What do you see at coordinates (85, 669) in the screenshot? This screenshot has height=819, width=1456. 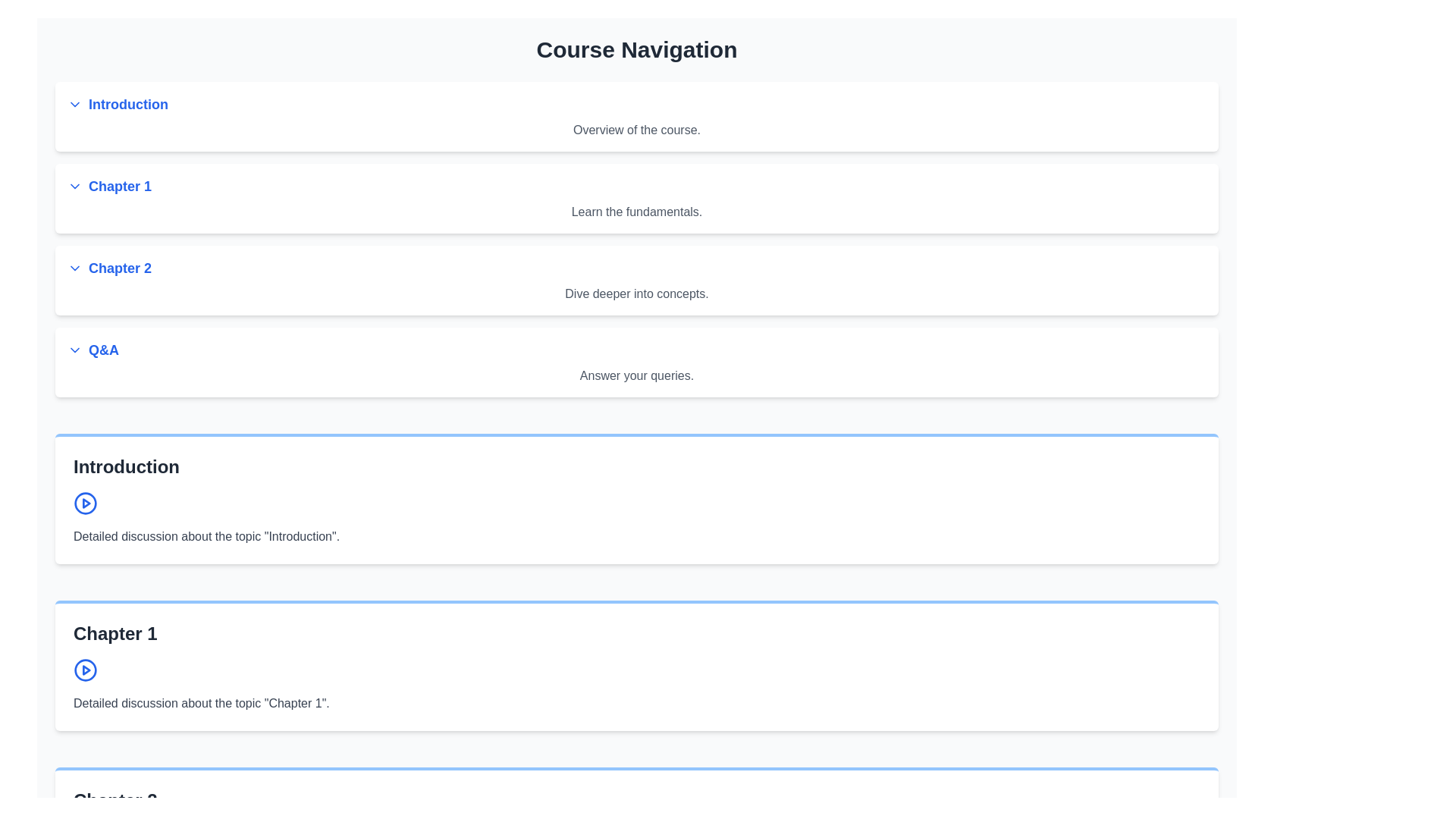 I see `the circular play button icon with a blue border located to the left of 'Chapter 1'` at bounding box center [85, 669].